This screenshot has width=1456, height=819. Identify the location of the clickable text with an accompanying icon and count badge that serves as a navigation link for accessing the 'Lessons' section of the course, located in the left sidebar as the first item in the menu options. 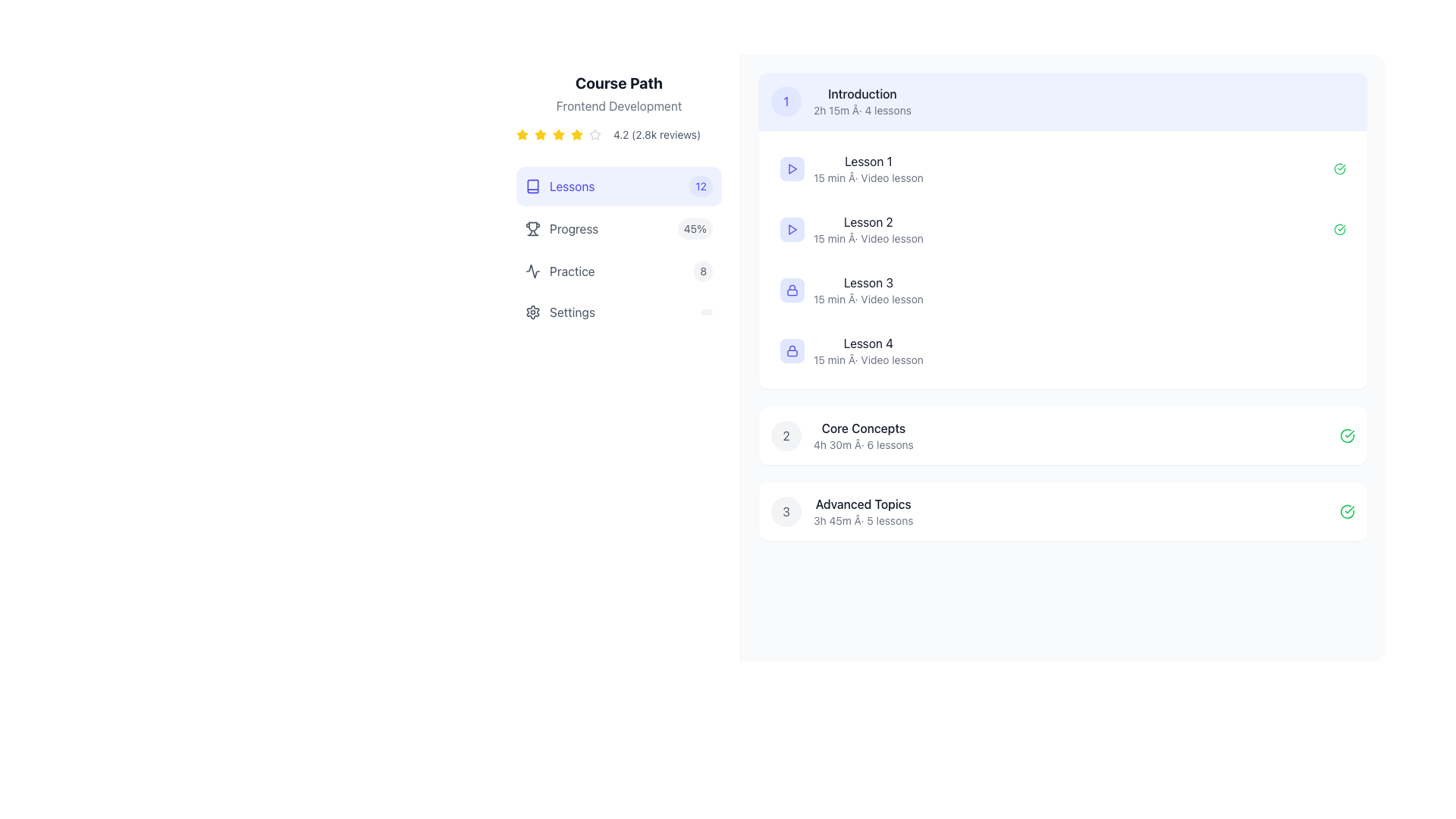
(559, 186).